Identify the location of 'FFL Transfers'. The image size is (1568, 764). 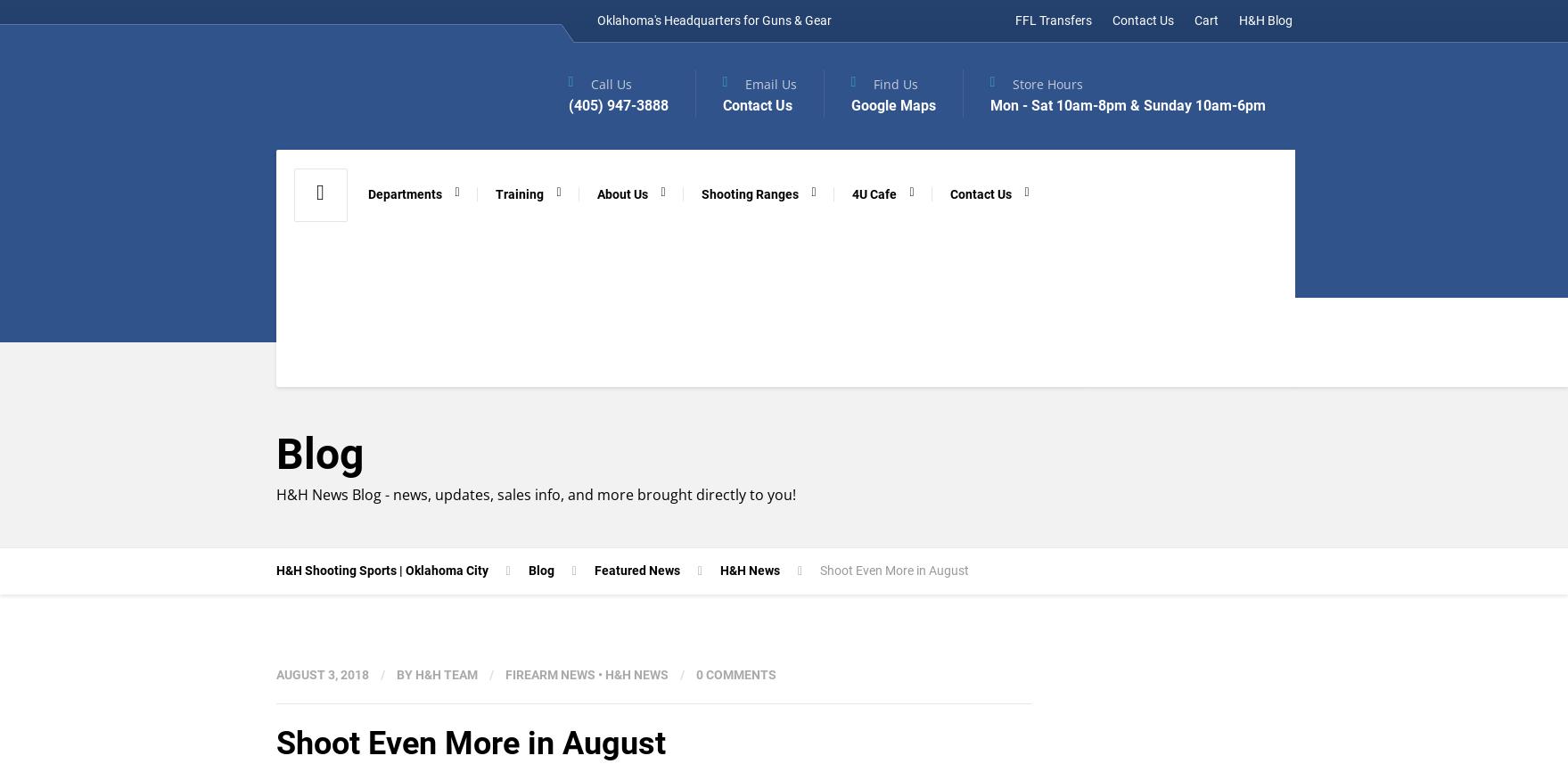
(1052, 20).